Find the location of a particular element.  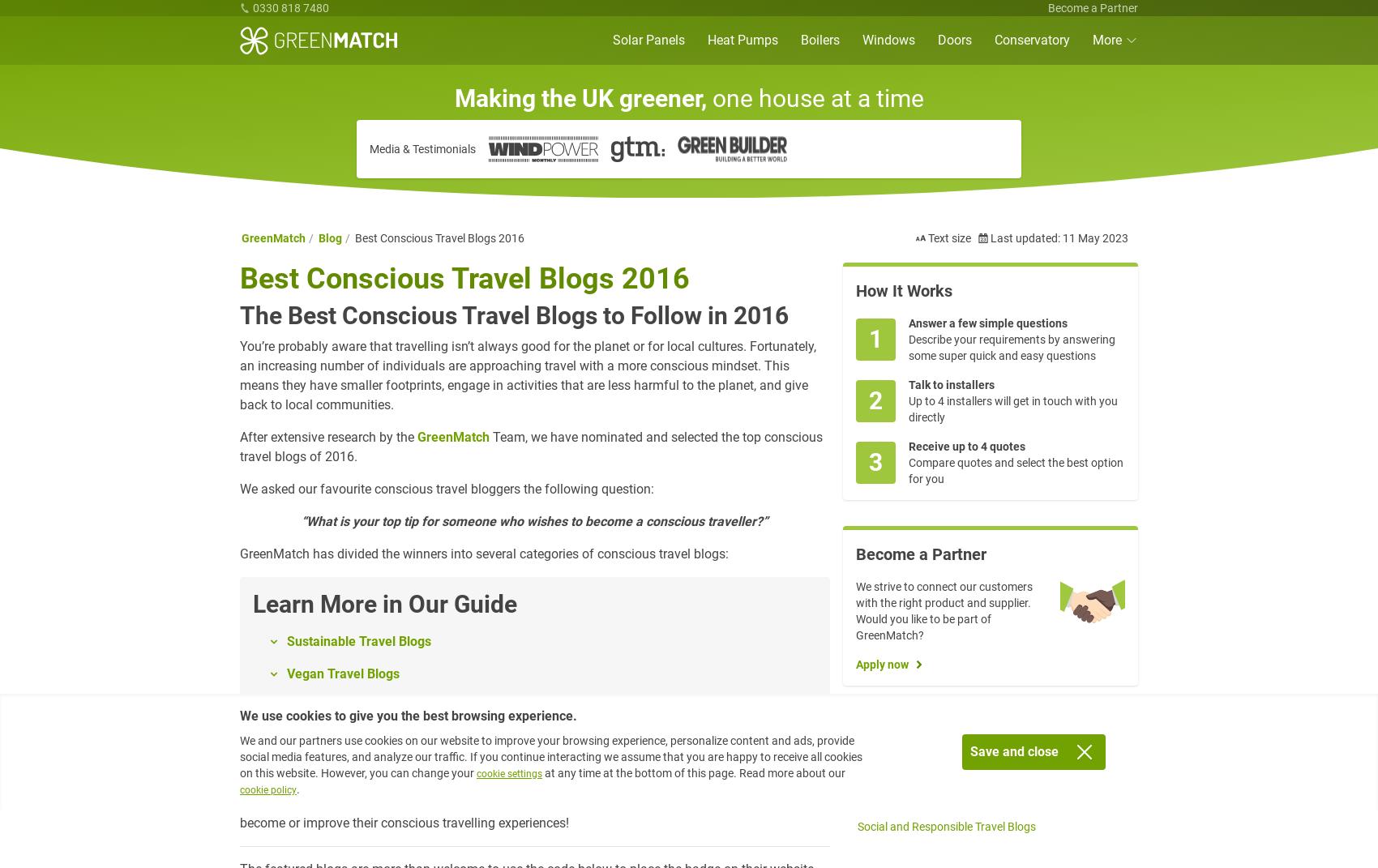

'2' is located at coordinates (869, 400).